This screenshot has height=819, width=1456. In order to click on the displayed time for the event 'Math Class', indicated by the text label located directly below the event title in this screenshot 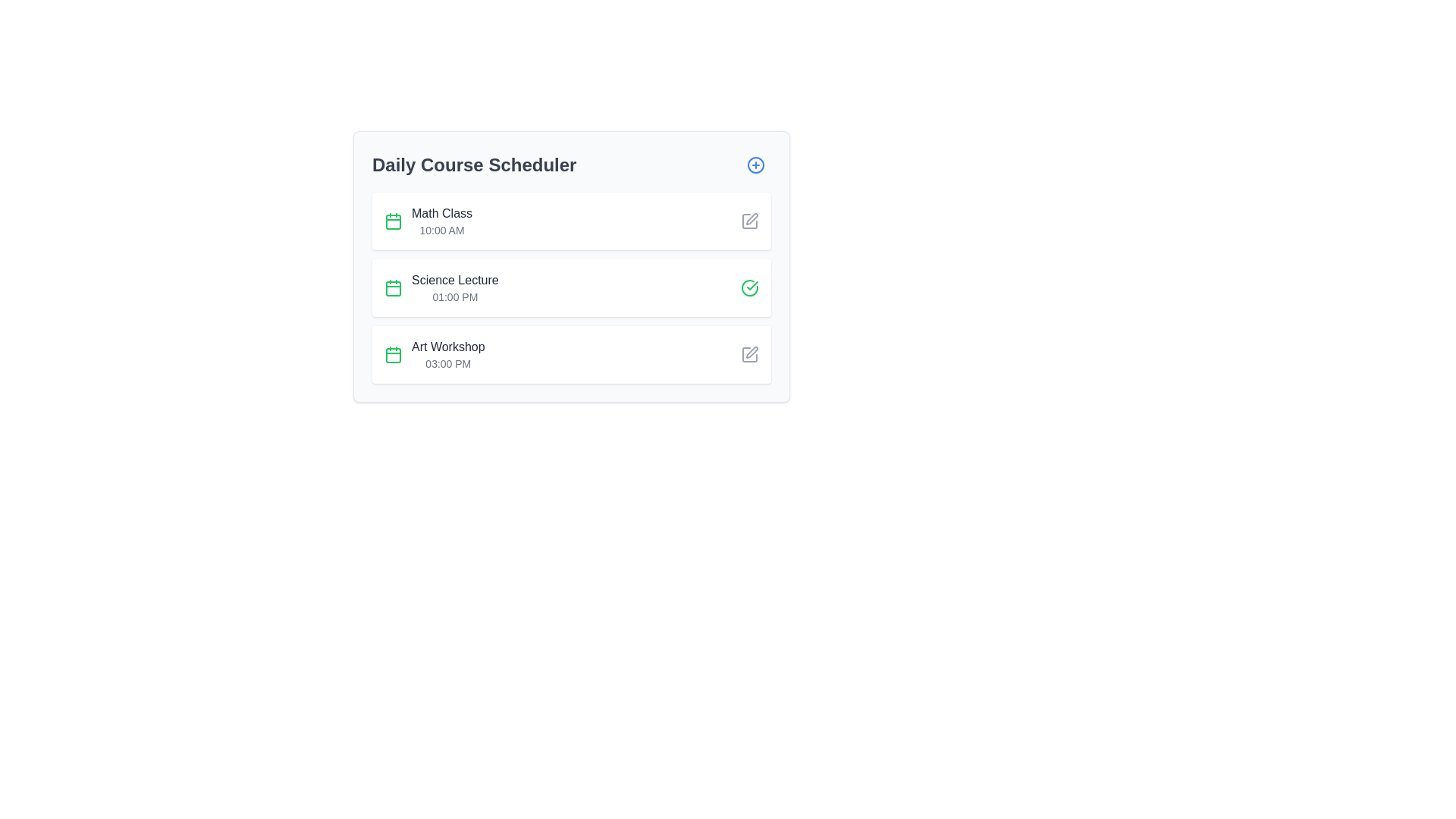, I will do `click(441, 231)`.